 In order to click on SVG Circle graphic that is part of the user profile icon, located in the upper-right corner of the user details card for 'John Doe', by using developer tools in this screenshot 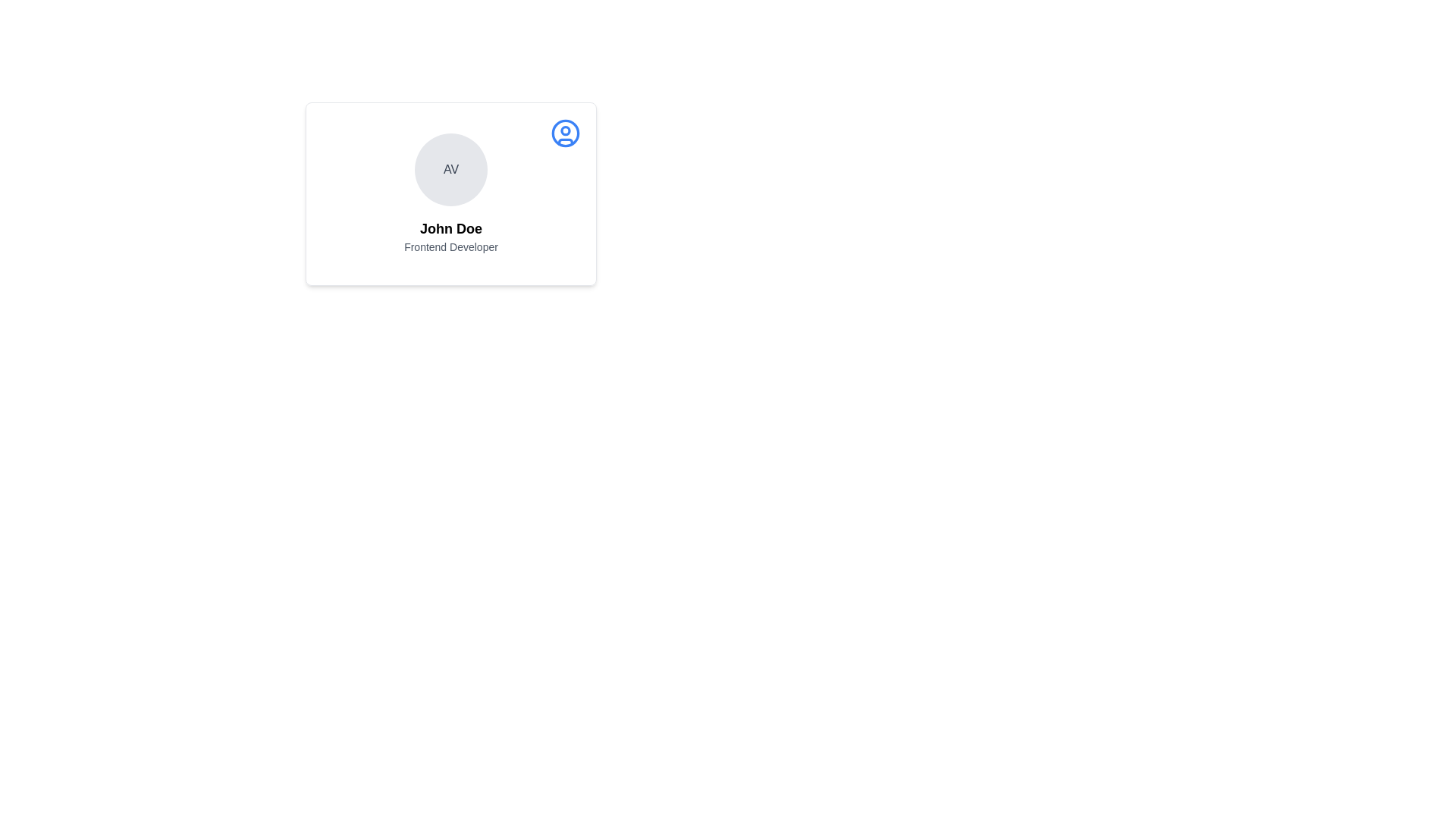, I will do `click(564, 133)`.